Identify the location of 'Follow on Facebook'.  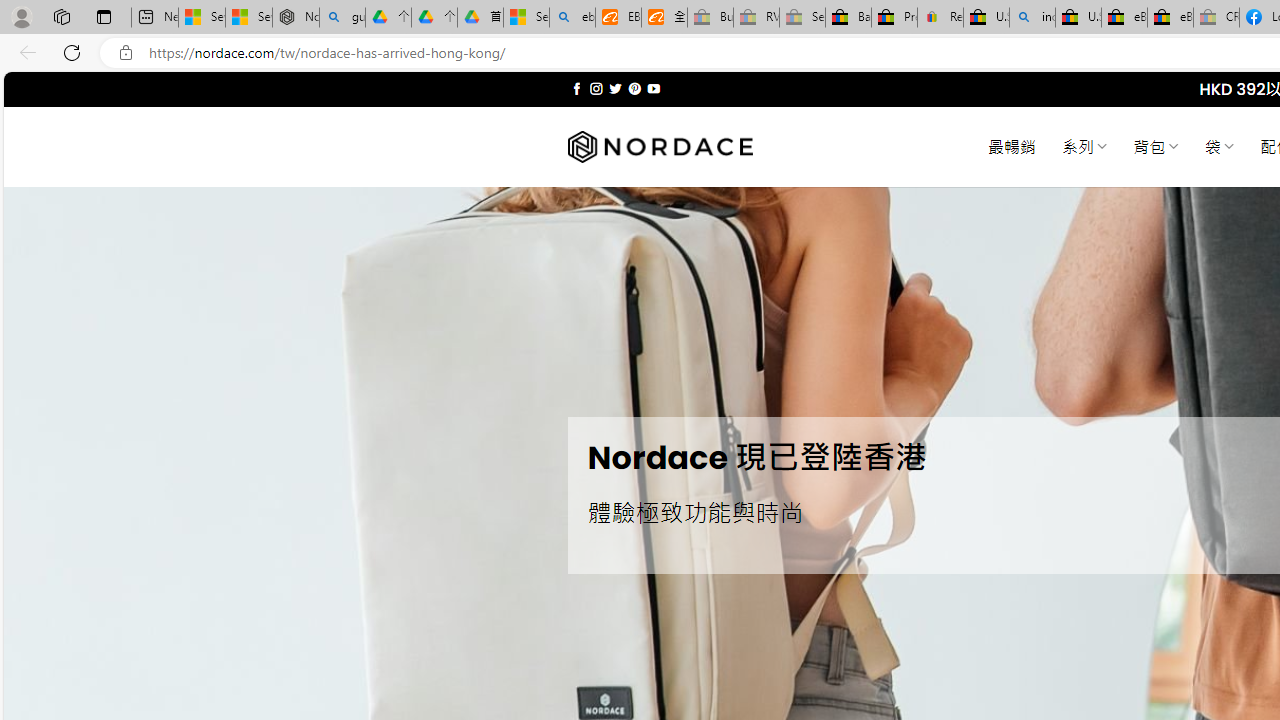
(576, 88).